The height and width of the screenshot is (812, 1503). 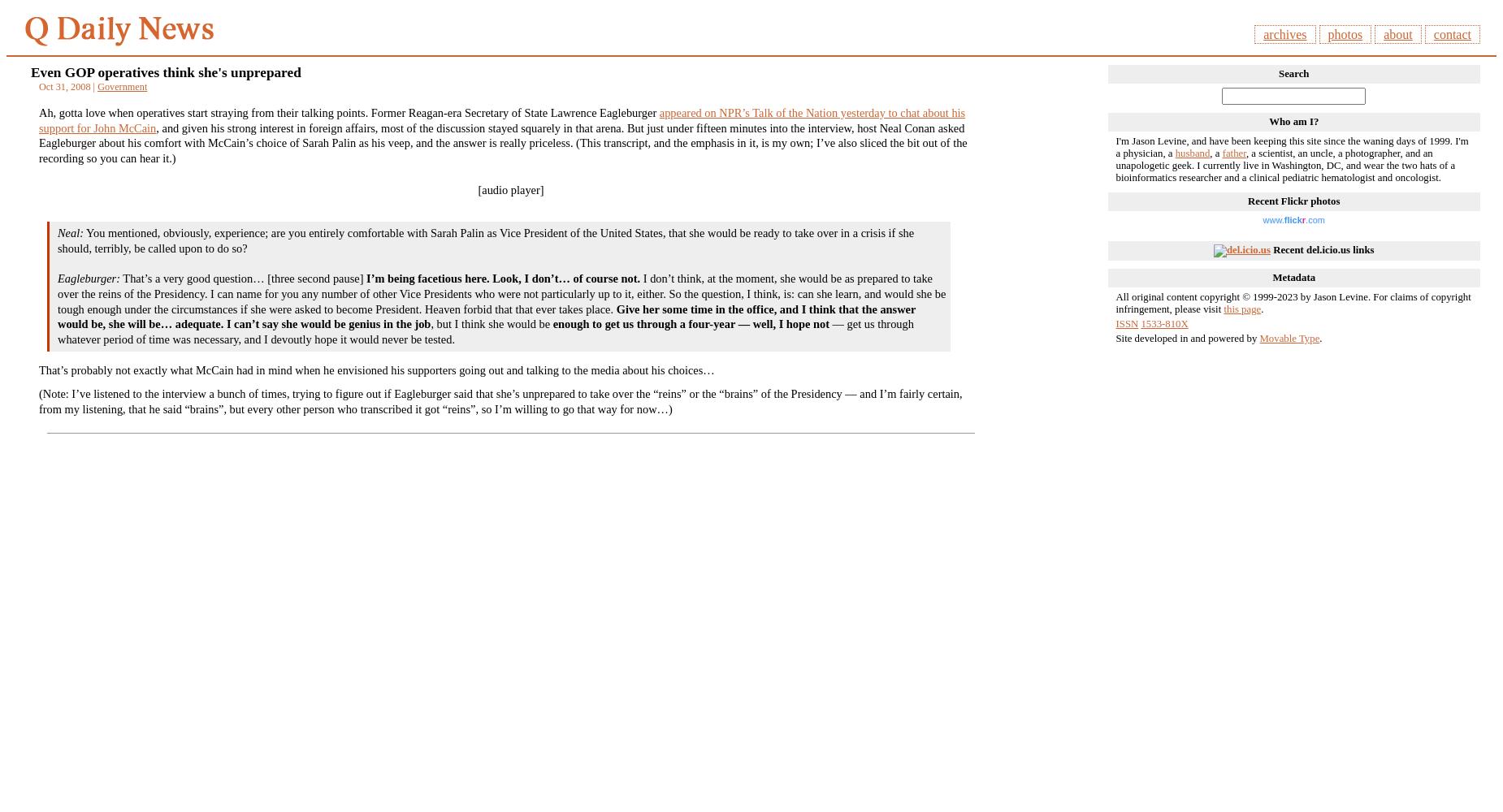 What do you see at coordinates (1293, 220) in the screenshot?
I see `'flick'` at bounding box center [1293, 220].